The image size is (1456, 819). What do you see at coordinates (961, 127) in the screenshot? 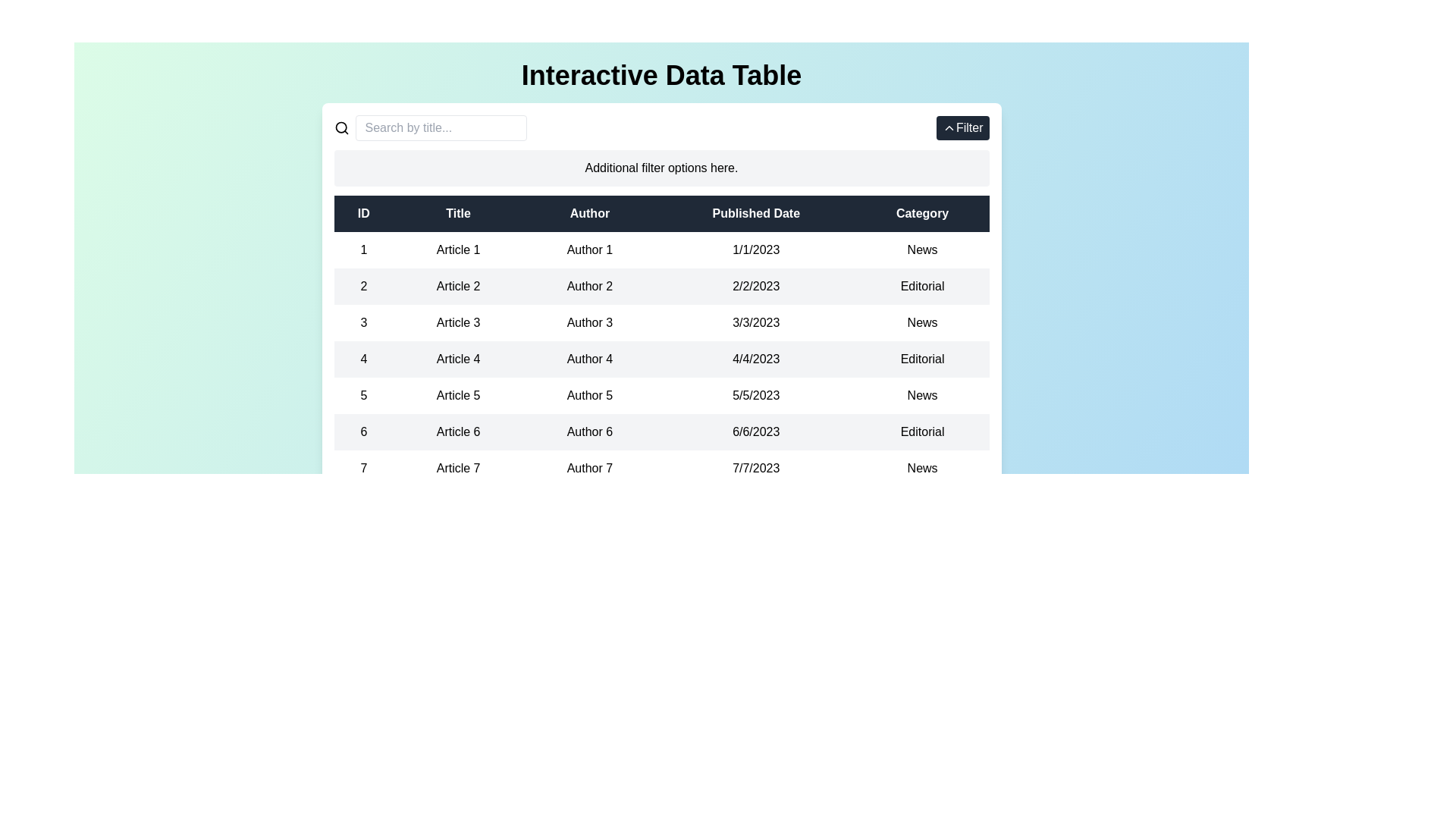
I see `the 'Filter' button to toggle the visibility of the additional filter options` at bounding box center [961, 127].